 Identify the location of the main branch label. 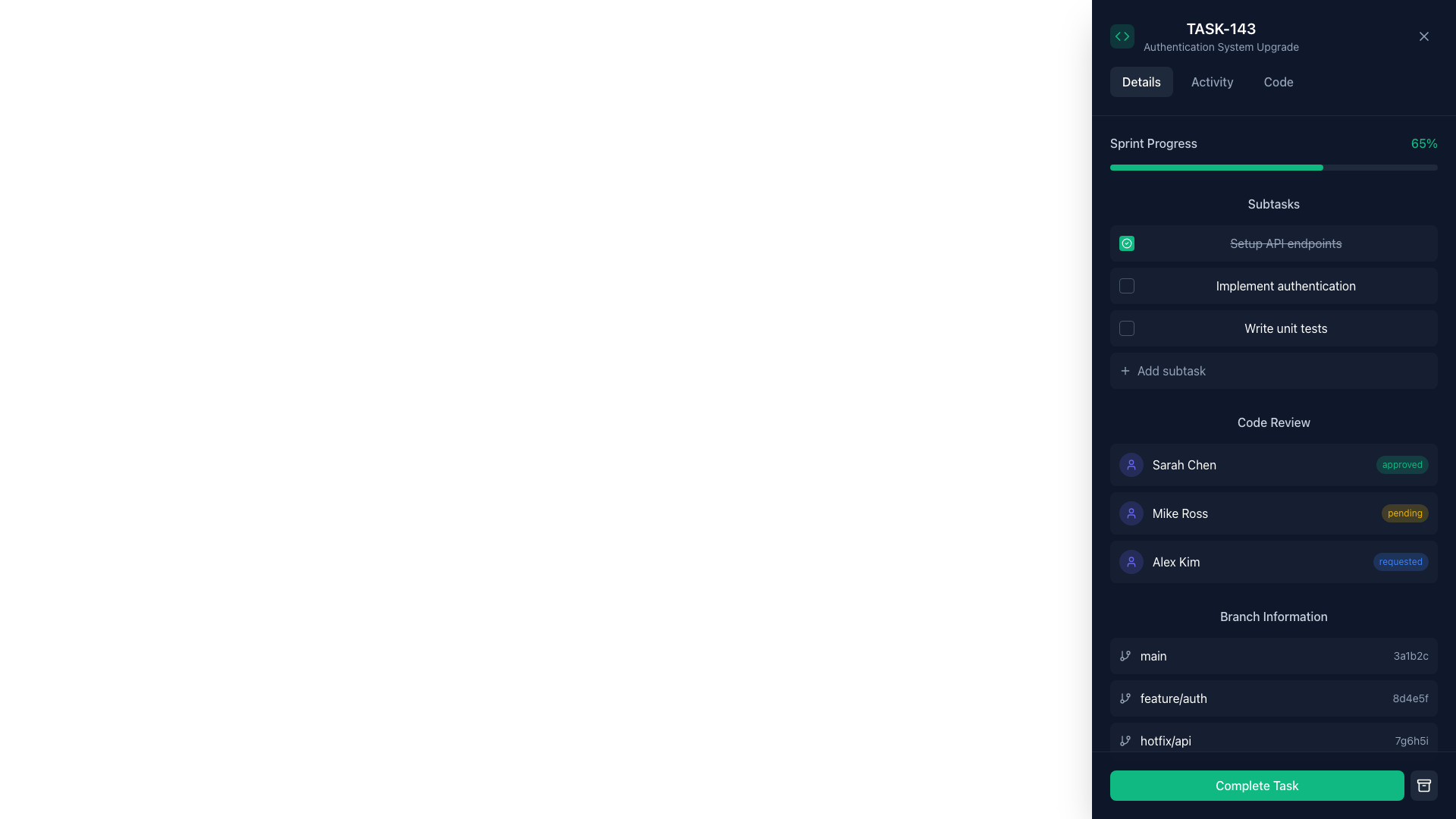
(1143, 654).